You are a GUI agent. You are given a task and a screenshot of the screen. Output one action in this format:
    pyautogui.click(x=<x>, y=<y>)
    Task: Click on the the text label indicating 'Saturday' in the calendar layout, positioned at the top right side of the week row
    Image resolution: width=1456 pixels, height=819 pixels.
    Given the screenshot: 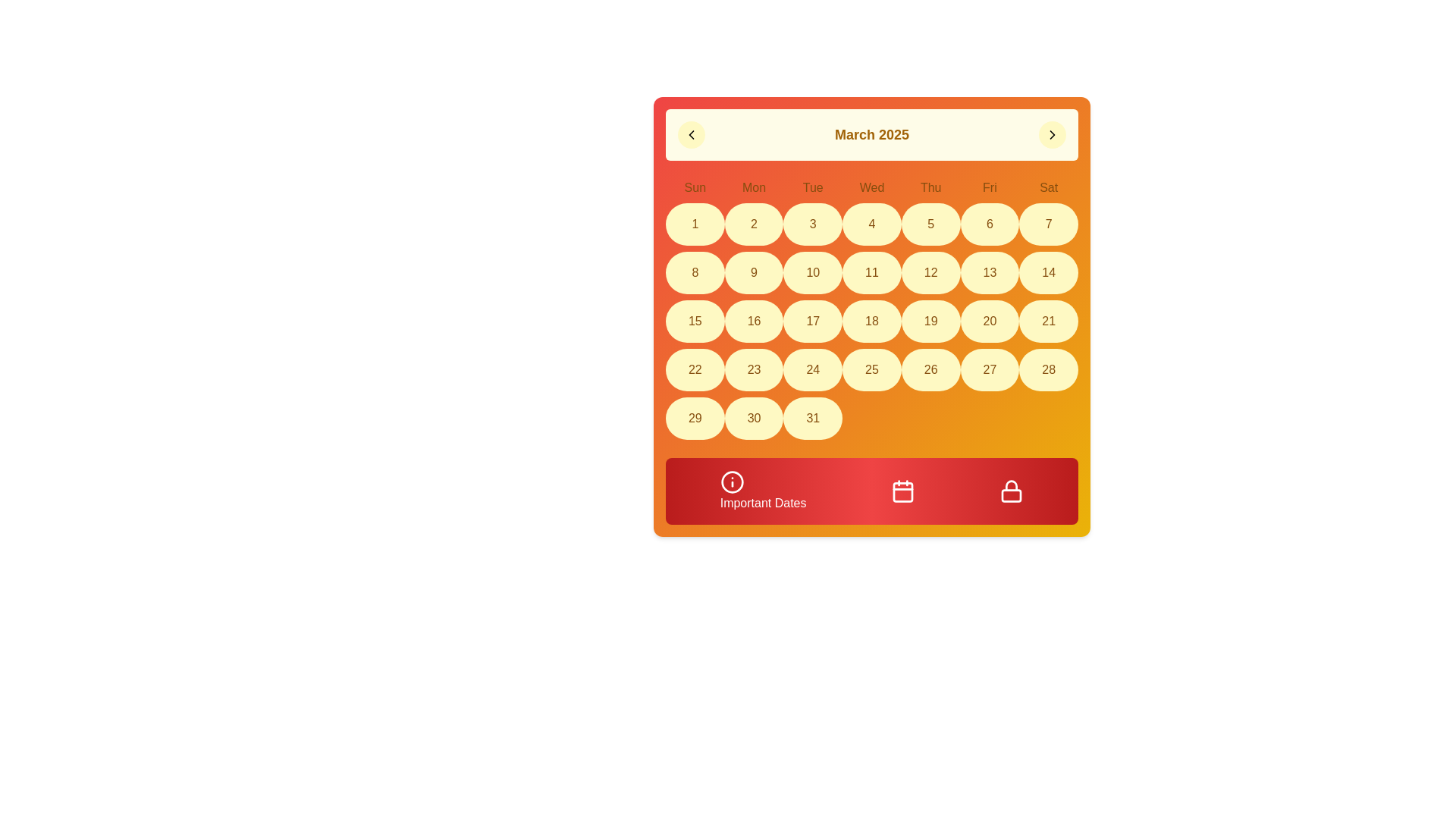 What is the action you would take?
    pyautogui.click(x=1048, y=187)
    